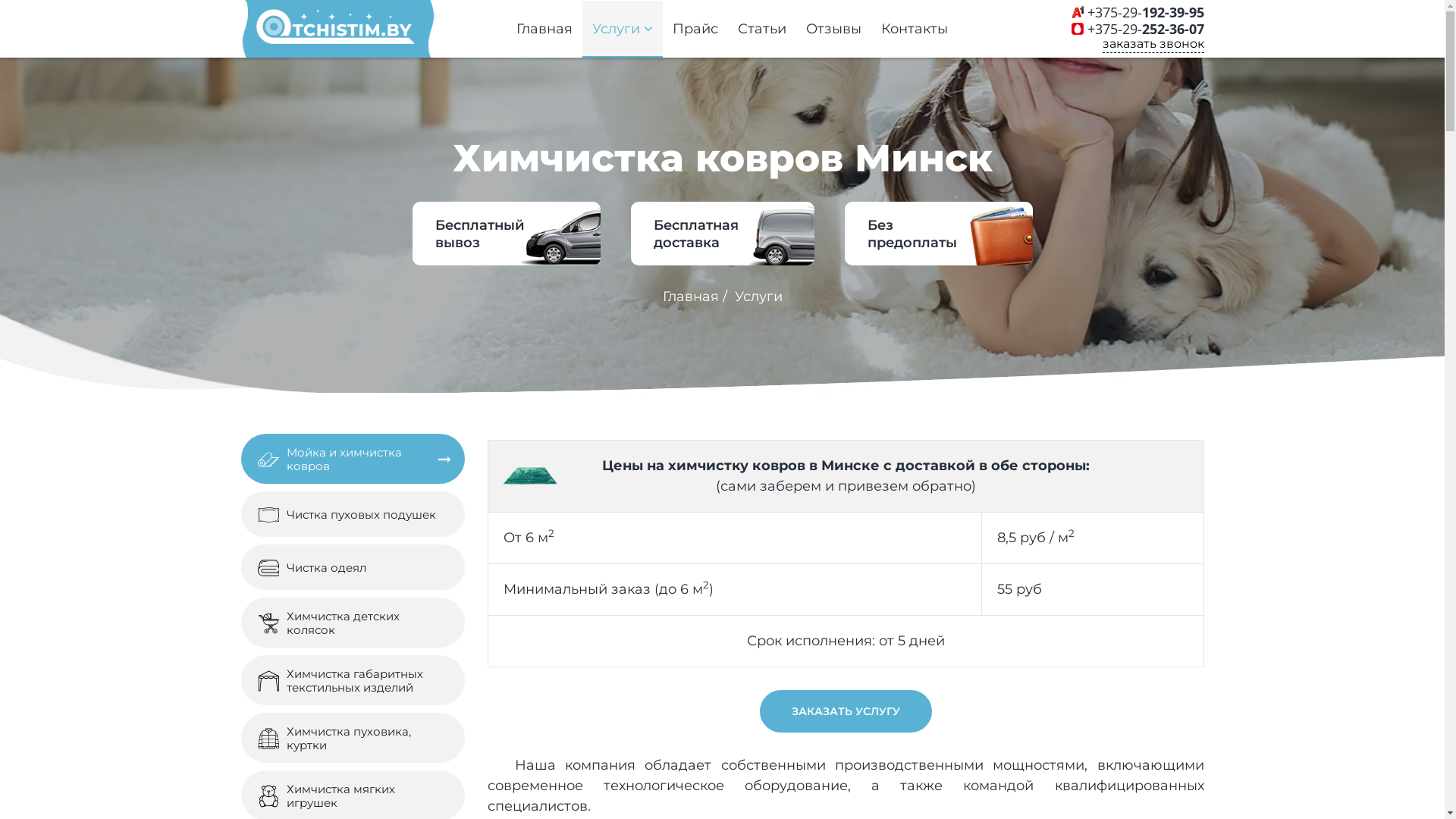 This screenshot has height=819, width=1456. I want to click on '+375-29-252-36-07', so click(1146, 29).